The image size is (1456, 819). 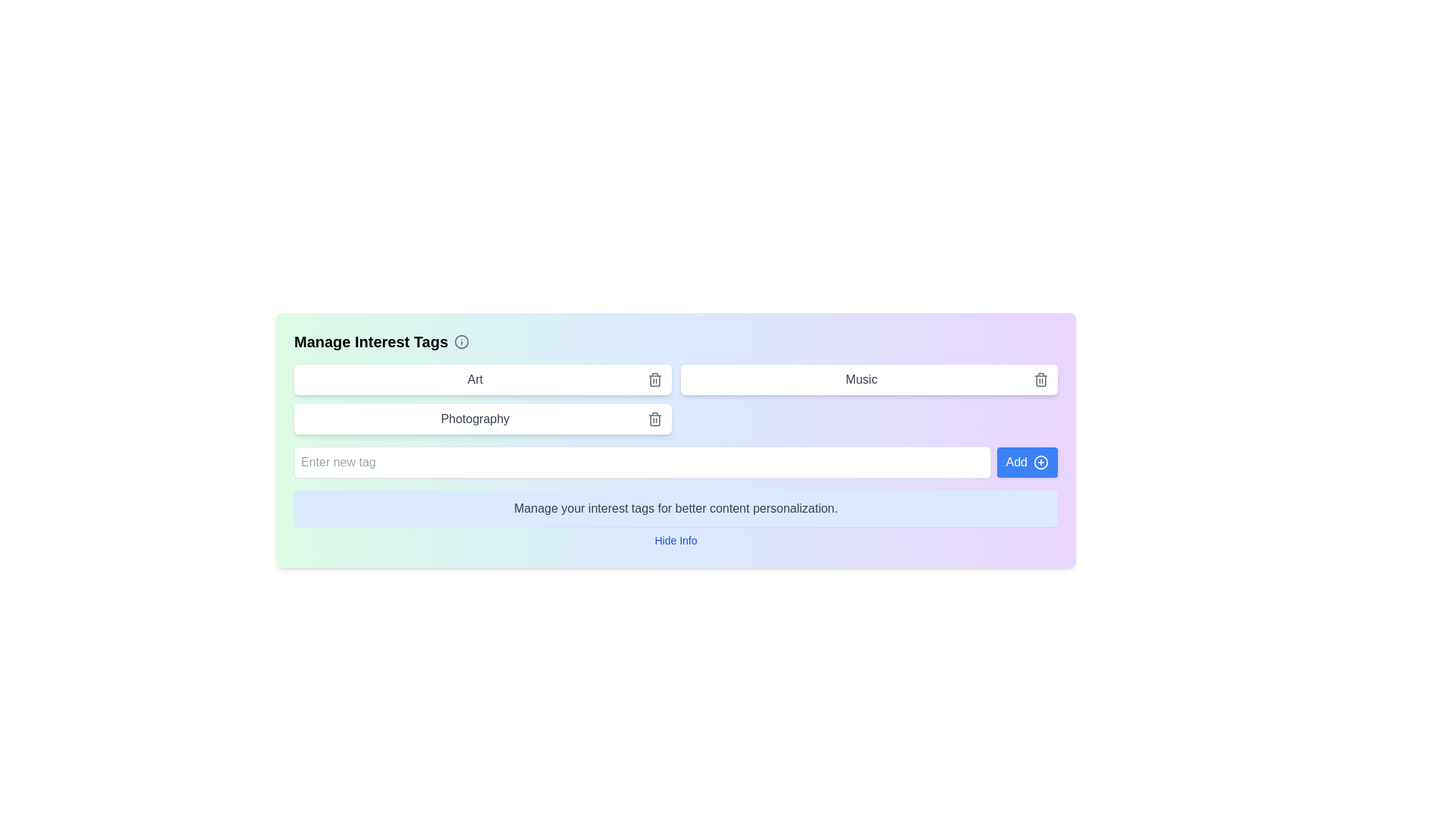 I want to click on the information icon, which has a circular outline and a centered dot, located to the right of the 'Manage Interest Tags' text in the header of the interest tags management section, so click(x=461, y=342).